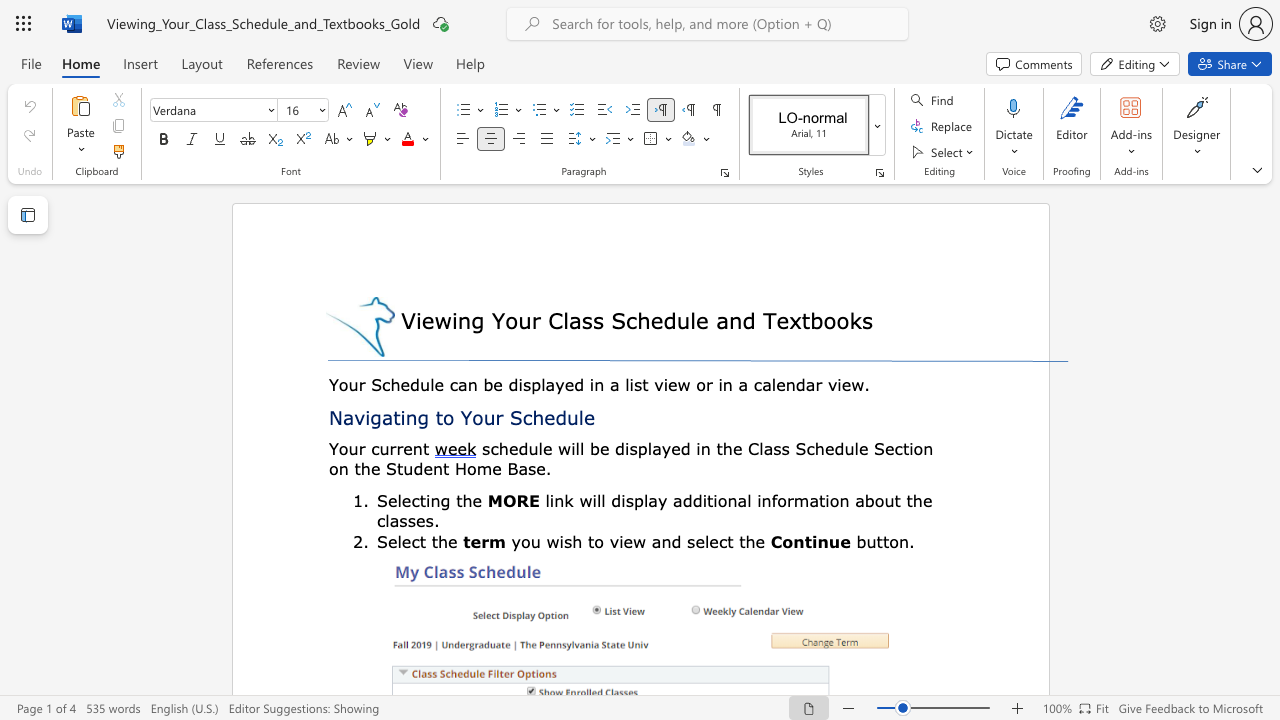 This screenshot has height=720, width=1280. What do you see at coordinates (622, 541) in the screenshot?
I see `the subset text "ew and sel" within the text "you wish to view and select the"` at bounding box center [622, 541].